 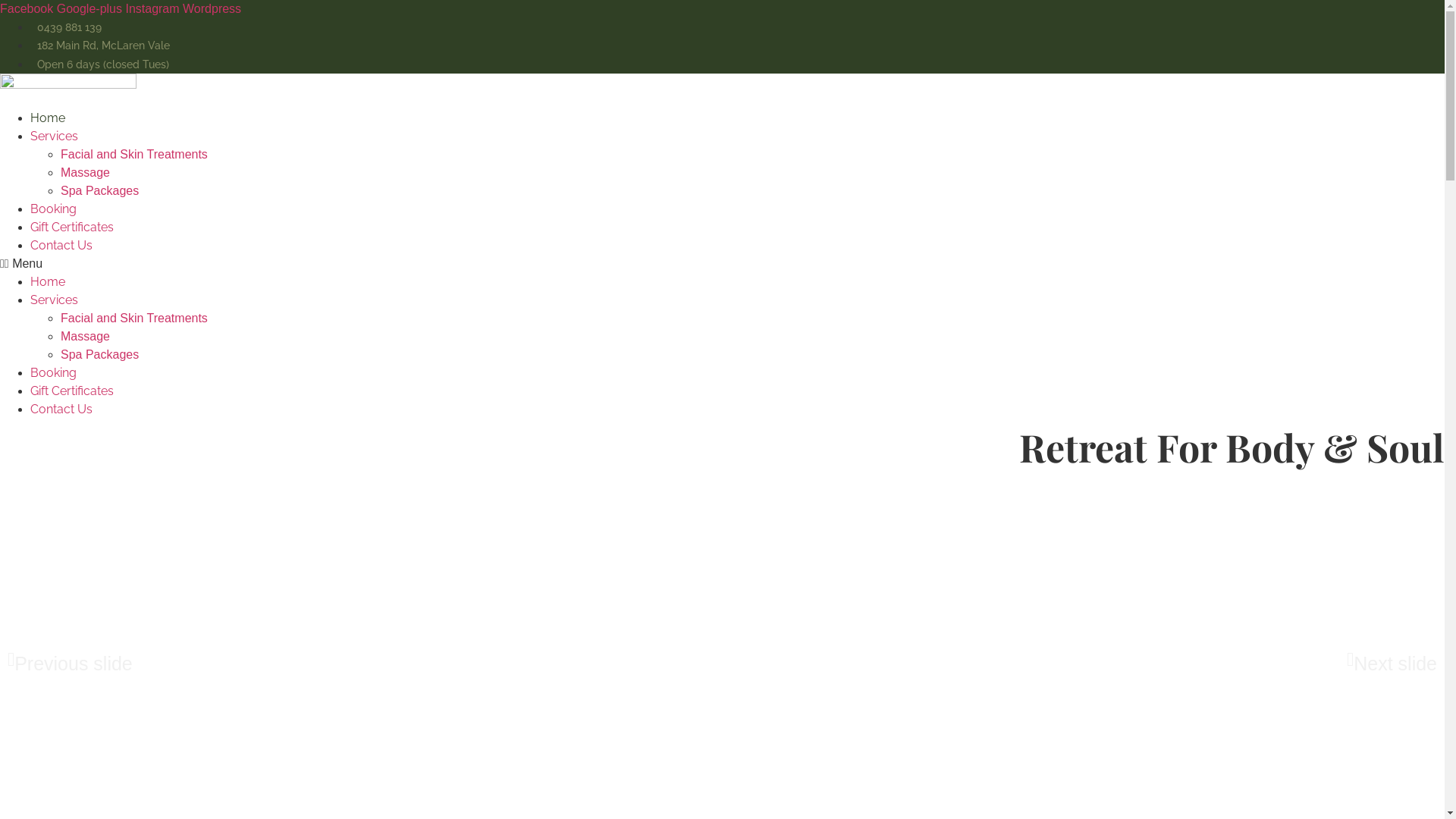 What do you see at coordinates (99, 45) in the screenshot?
I see `'182 Main Rd, McLaren Vale'` at bounding box center [99, 45].